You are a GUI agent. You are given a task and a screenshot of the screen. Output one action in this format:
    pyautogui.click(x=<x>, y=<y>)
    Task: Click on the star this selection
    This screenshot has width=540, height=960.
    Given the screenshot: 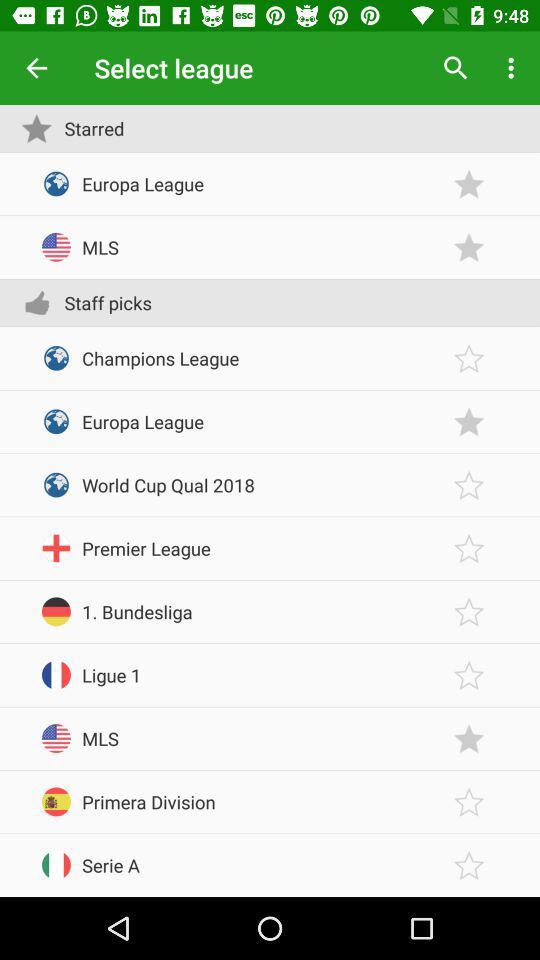 What is the action you would take?
    pyautogui.click(x=469, y=737)
    